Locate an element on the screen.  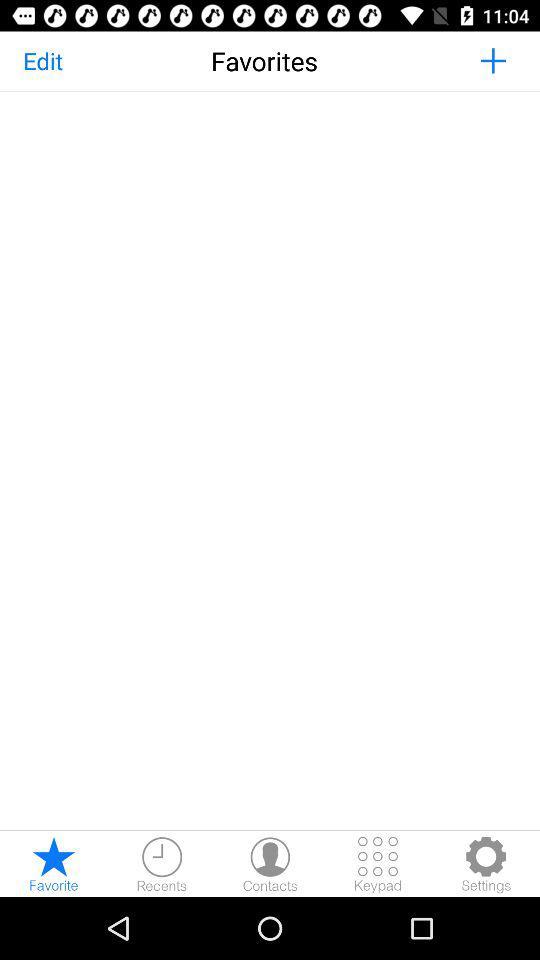
the settings icon is located at coordinates (485, 863).